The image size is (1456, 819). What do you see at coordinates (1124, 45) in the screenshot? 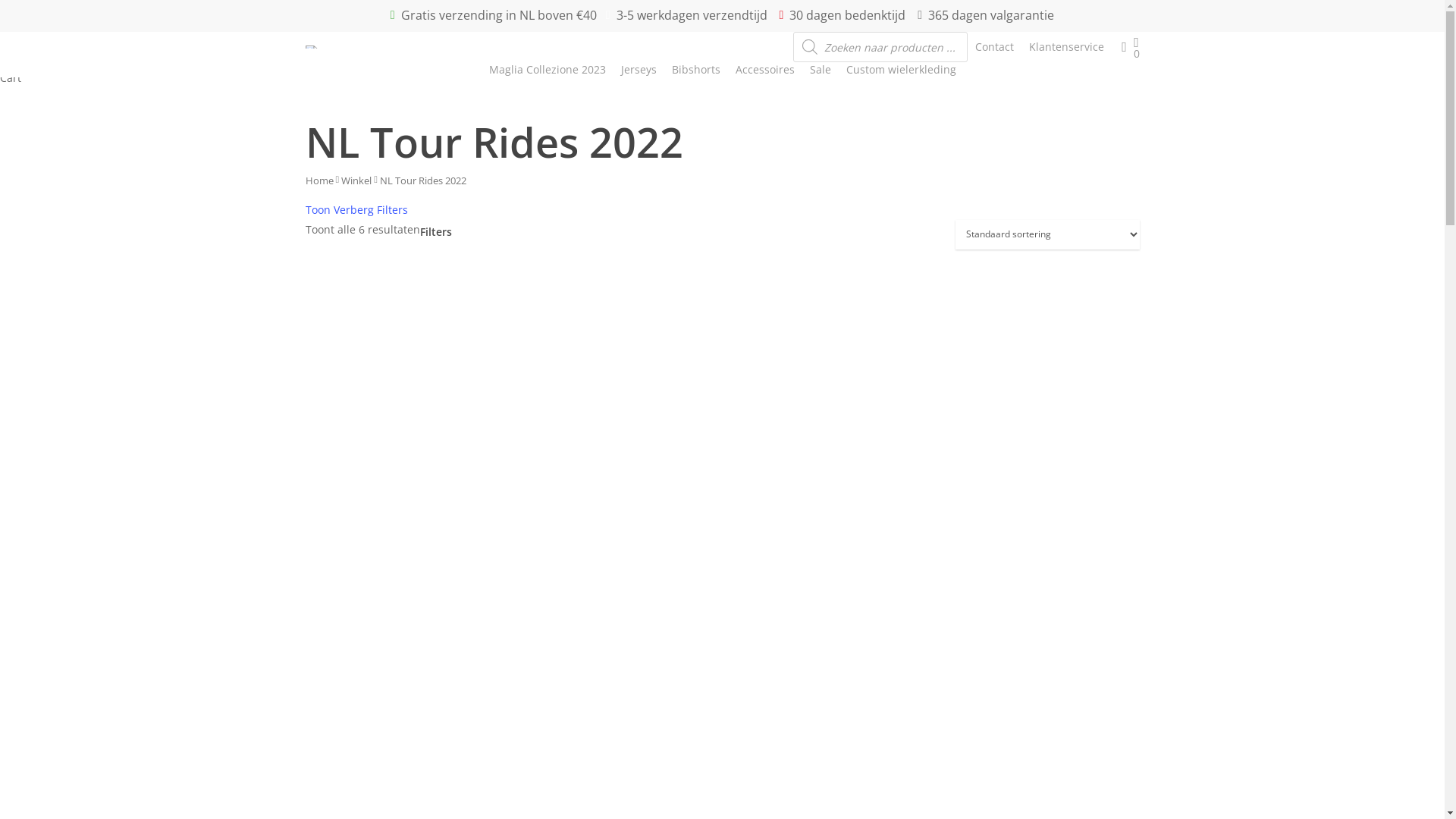
I see `'account'` at bounding box center [1124, 45].